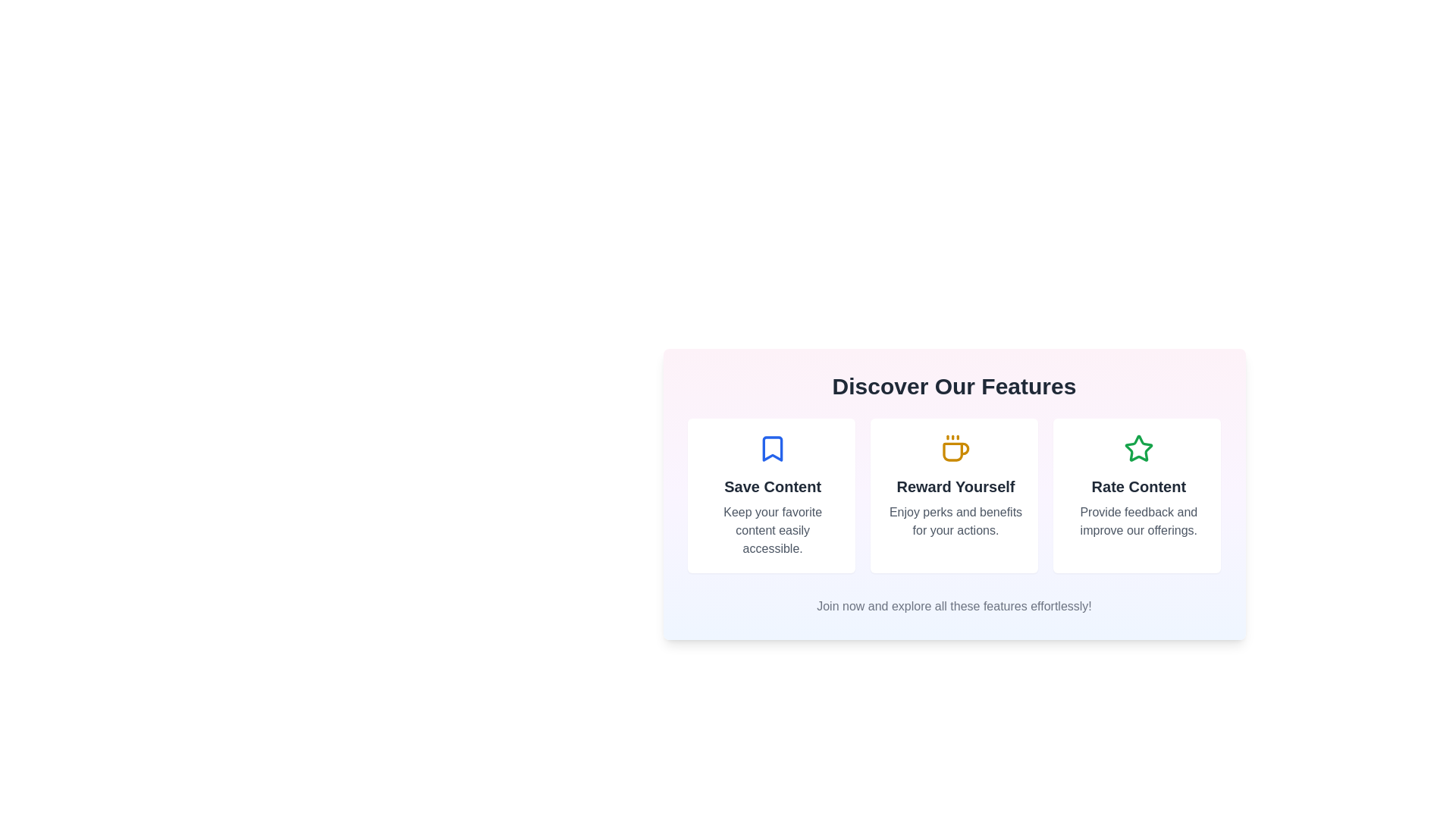 Image resolution: width=1456 pixels, height=819 pixels. Describe the element at coordinates (773, 486) in the screenshot. I see `the text label displaying 'Save Content' in bold, dark gray, positioned within the first vertical card layout` at that location.